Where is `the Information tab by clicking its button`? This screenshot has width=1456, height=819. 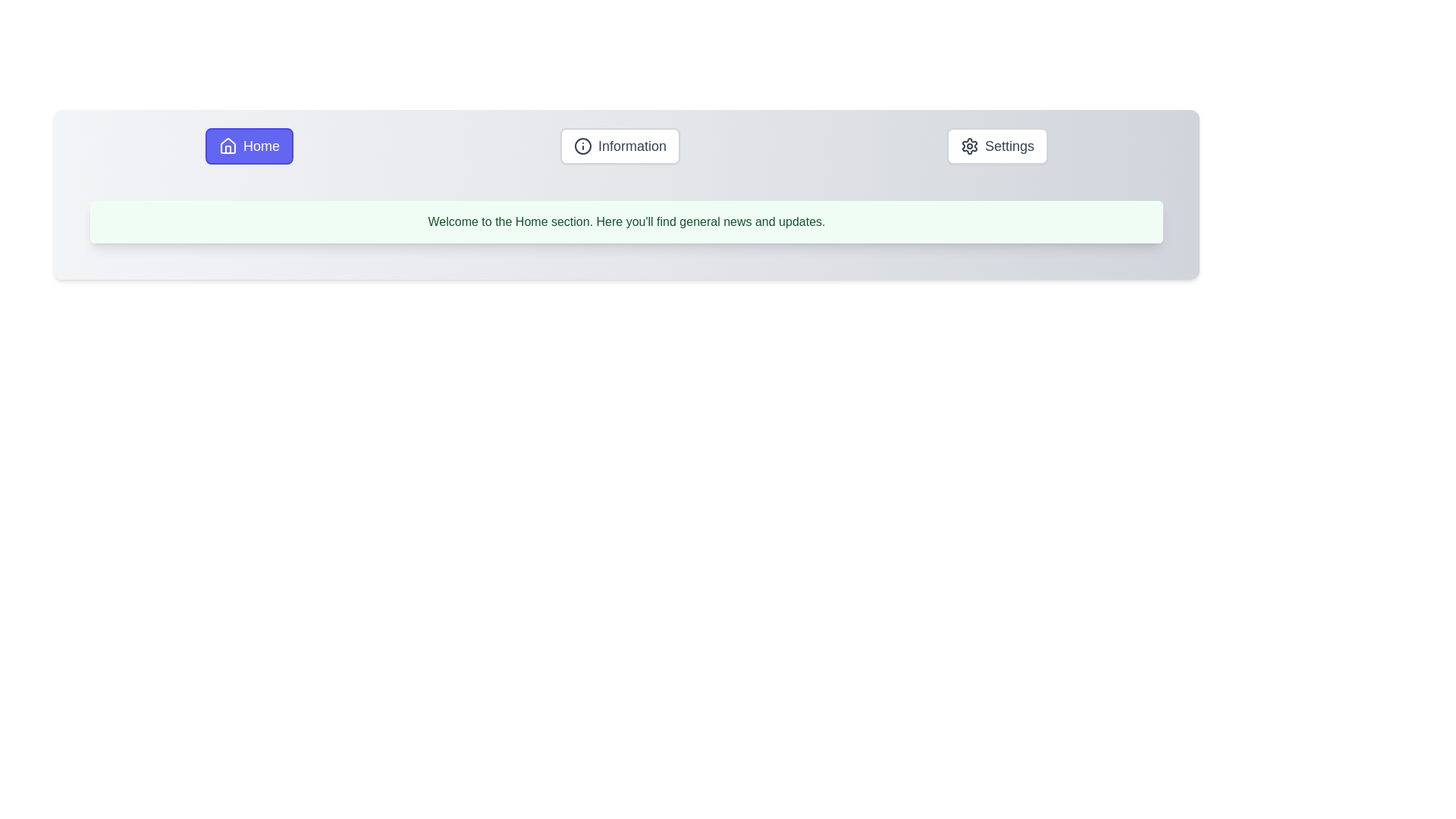
the Information tab by clicking its button is located at coordinates (620, 146).